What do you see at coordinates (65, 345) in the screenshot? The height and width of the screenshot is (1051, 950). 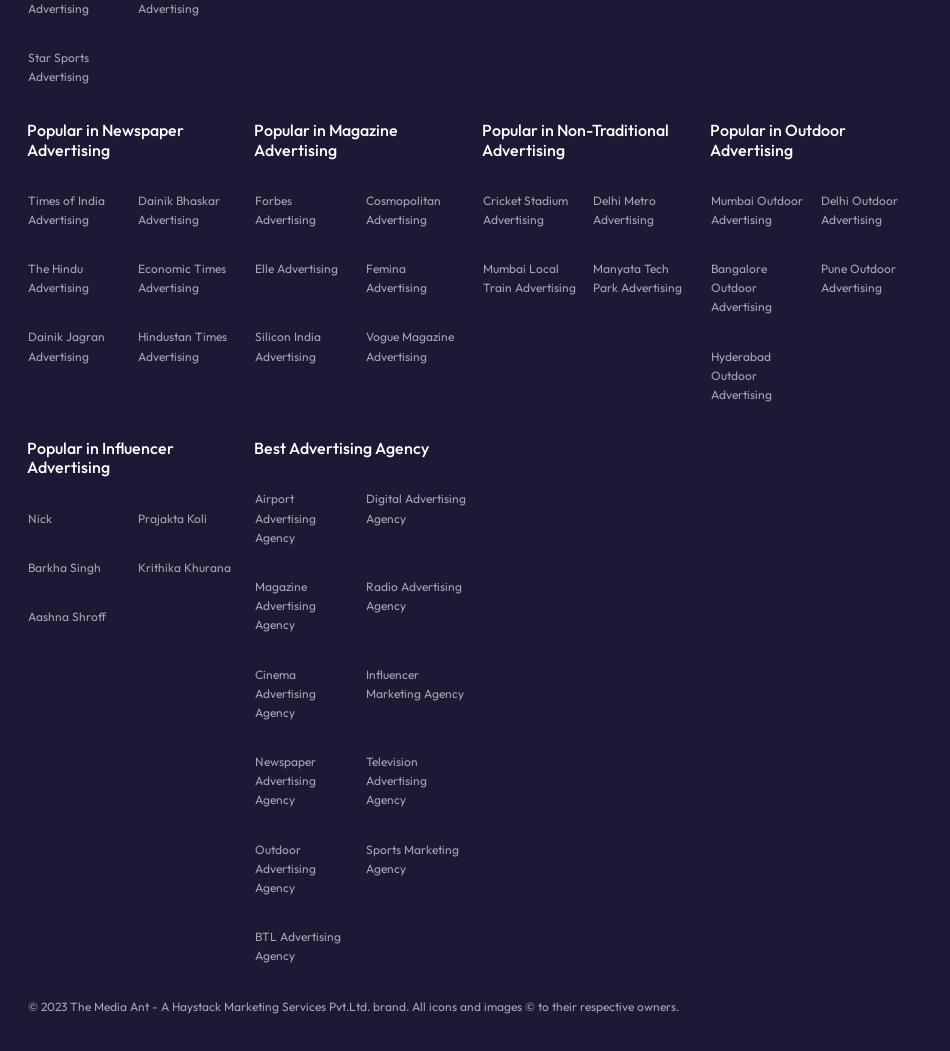 I see `'Dainik Jagran Advertising'` at bounding box center [65, 345].